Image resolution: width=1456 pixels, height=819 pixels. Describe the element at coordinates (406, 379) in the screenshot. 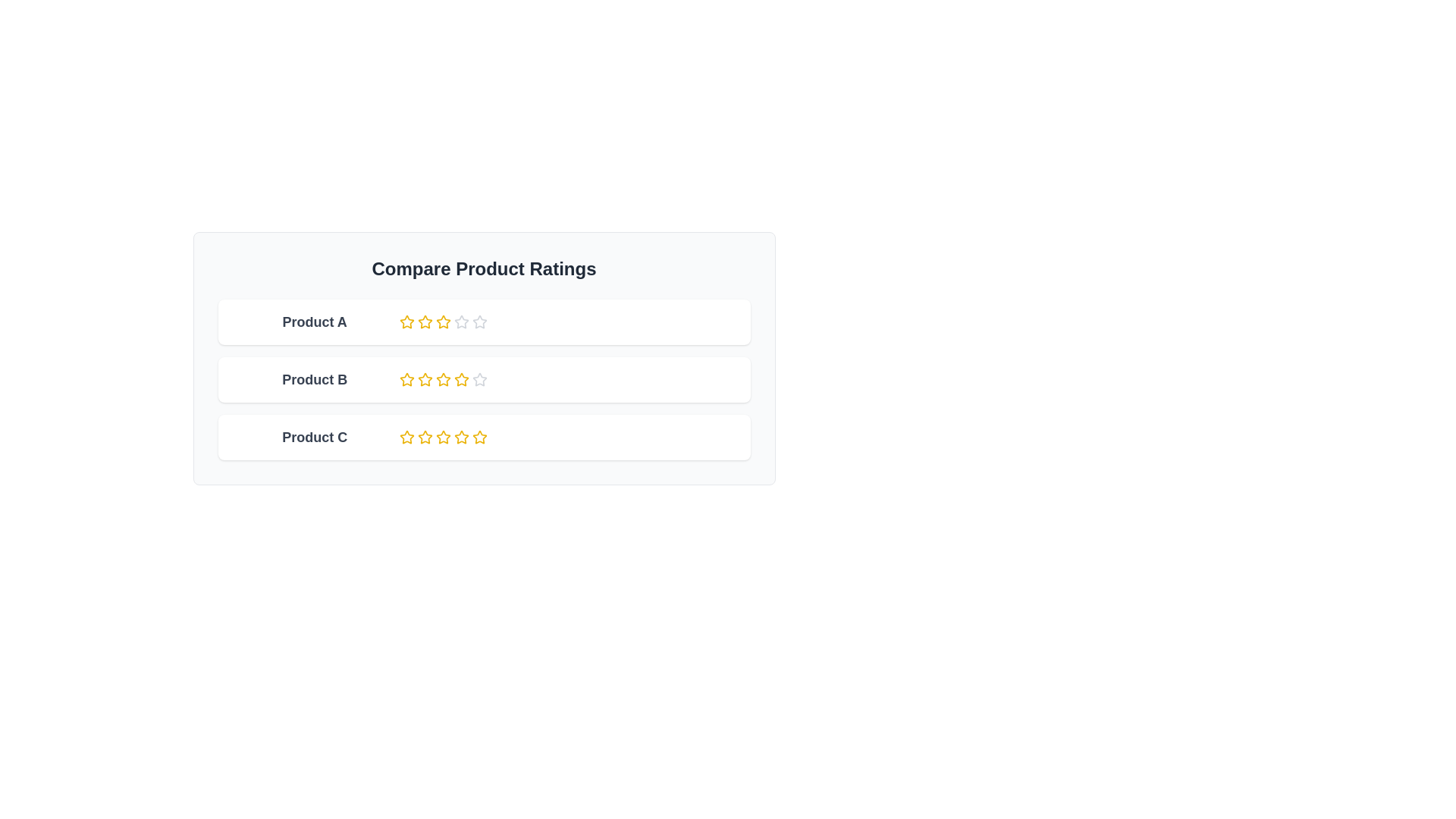

I see `the first star icon in the rating system for 'Product B', located in the second row of the displayed rating system` at that location.